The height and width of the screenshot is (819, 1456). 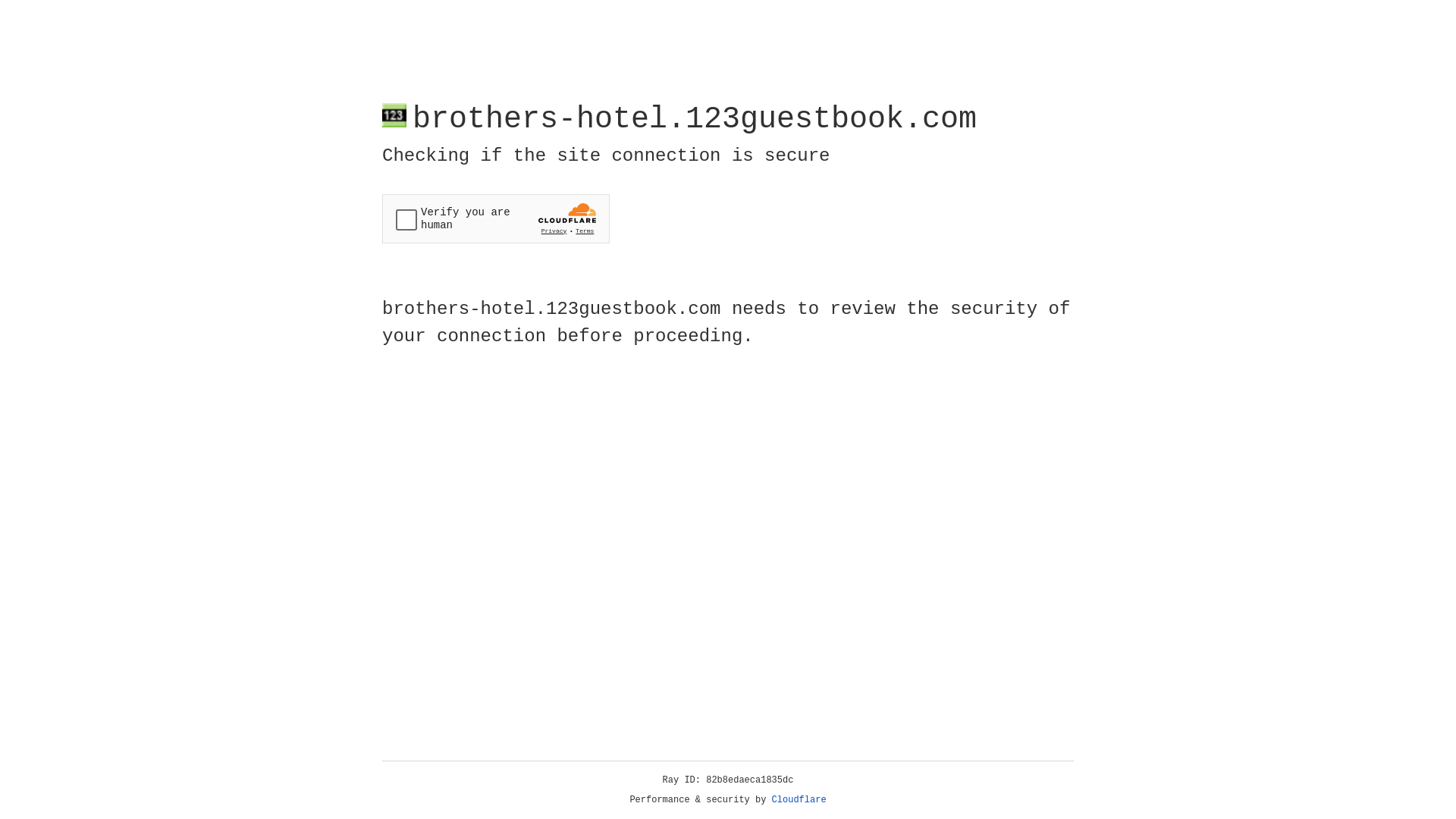 What do you see at coordinates (495, 218) in the screenshot?
I see `'Widget containing a Cloudflare security challenge'` at bounding box center [495, 218].